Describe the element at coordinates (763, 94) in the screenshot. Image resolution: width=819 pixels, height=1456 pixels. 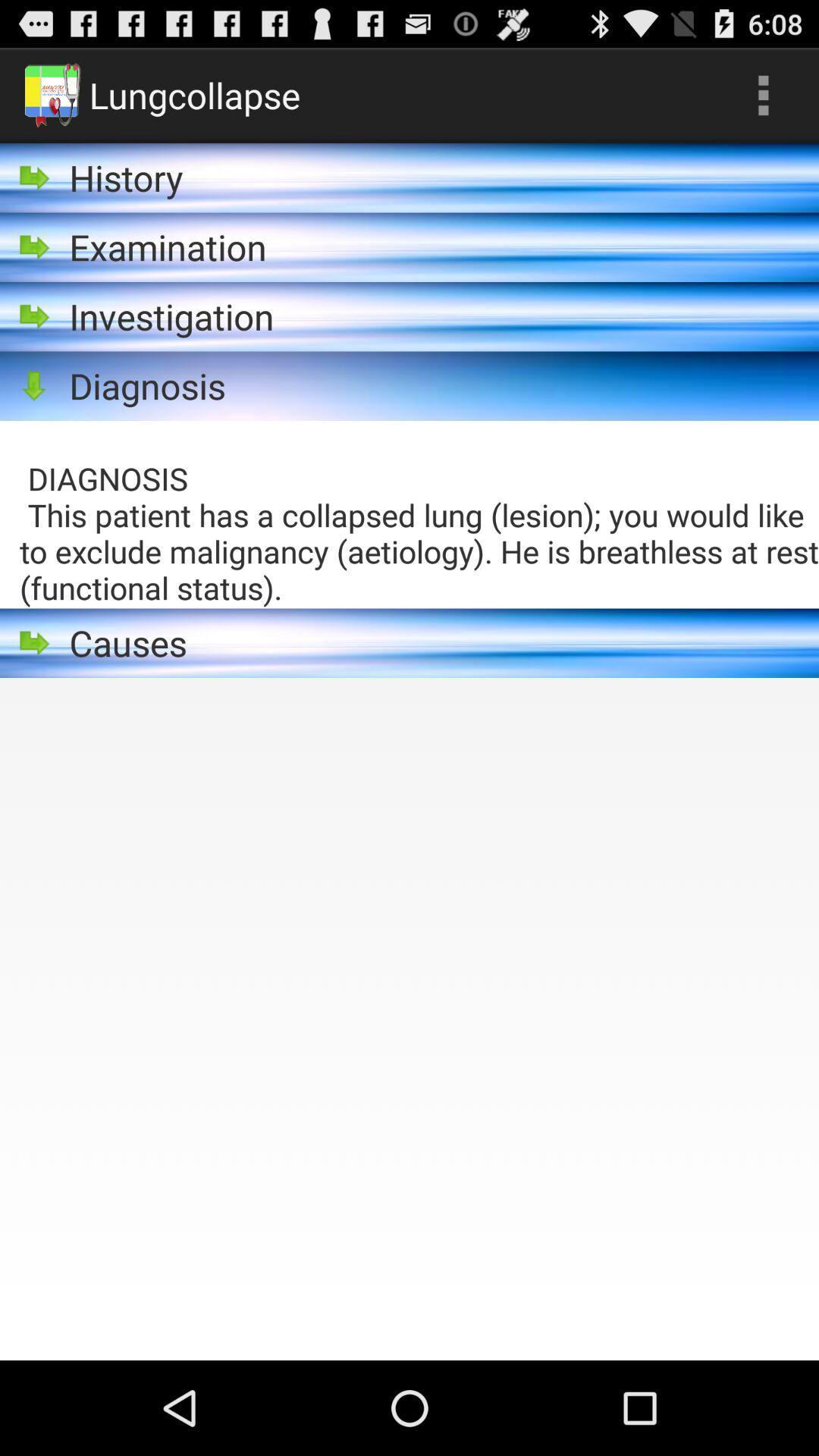
I see `the icon next to the lungcollapse` at that location.